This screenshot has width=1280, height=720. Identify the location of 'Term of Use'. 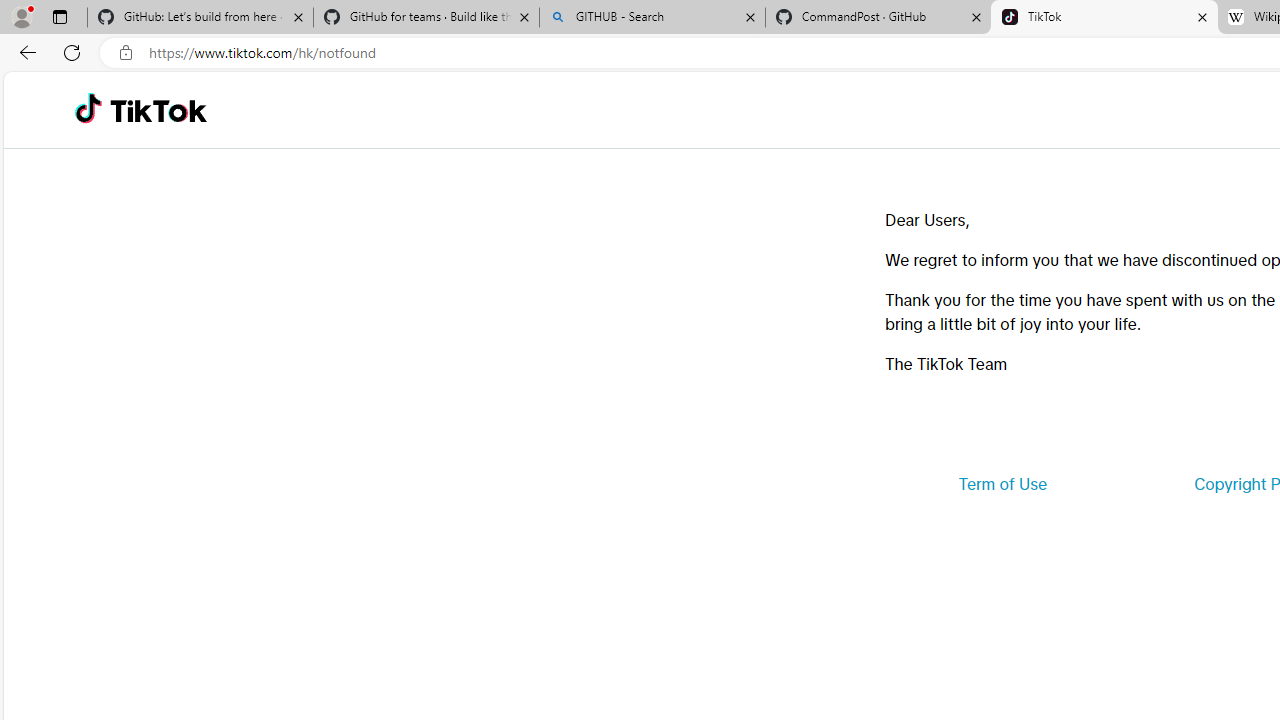
(1002, 484).